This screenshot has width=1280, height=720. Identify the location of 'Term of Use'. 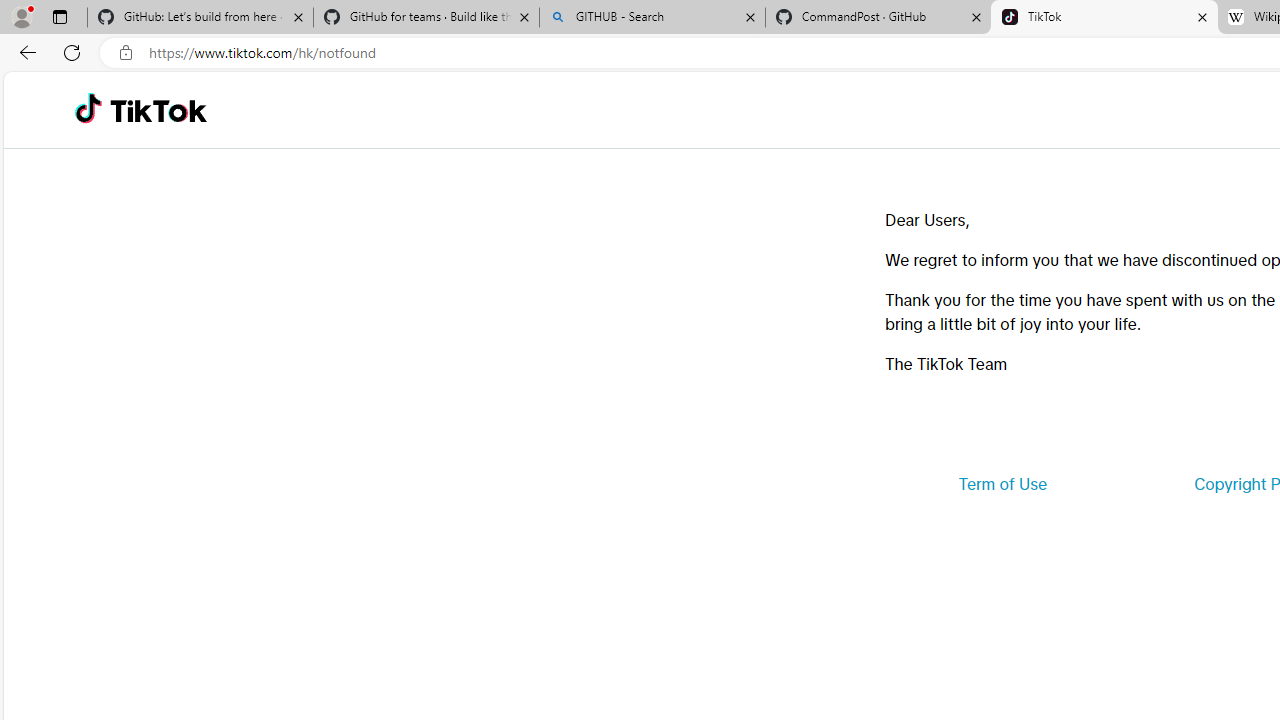
(1002, 484).